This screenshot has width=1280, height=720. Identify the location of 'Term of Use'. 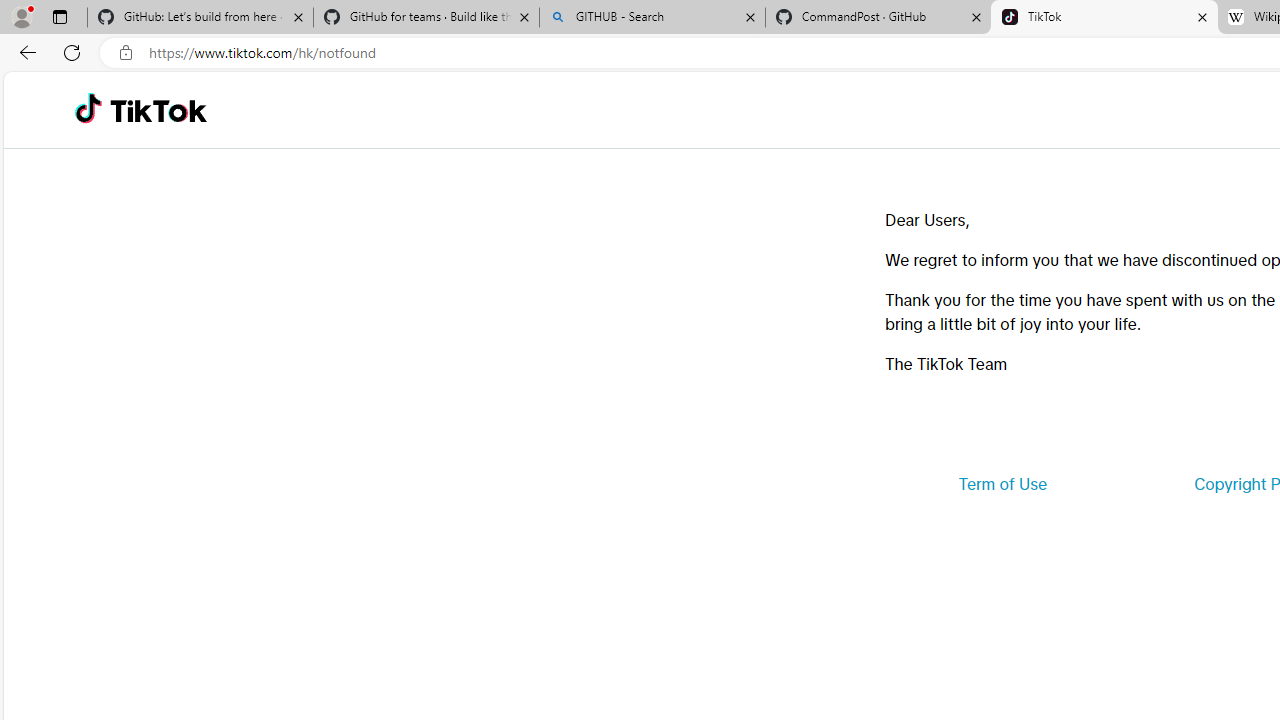
(1002, 484).